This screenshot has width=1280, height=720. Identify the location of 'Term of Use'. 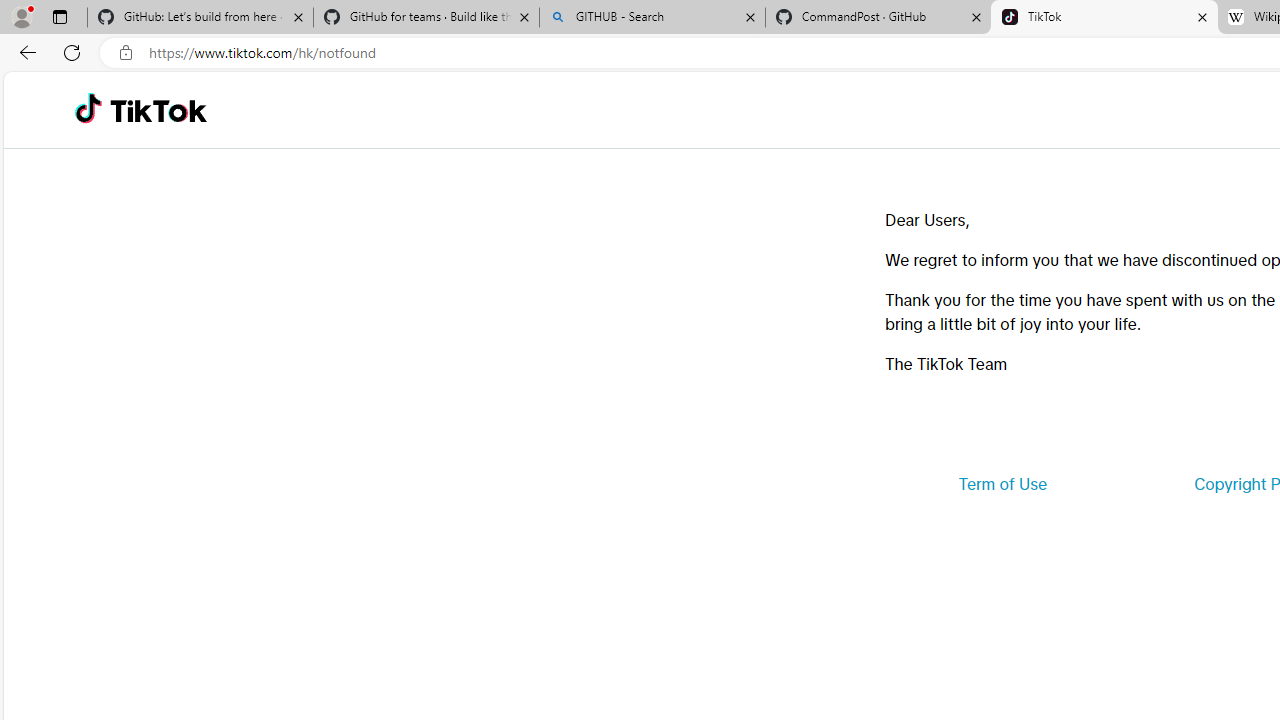
(1002, 484).